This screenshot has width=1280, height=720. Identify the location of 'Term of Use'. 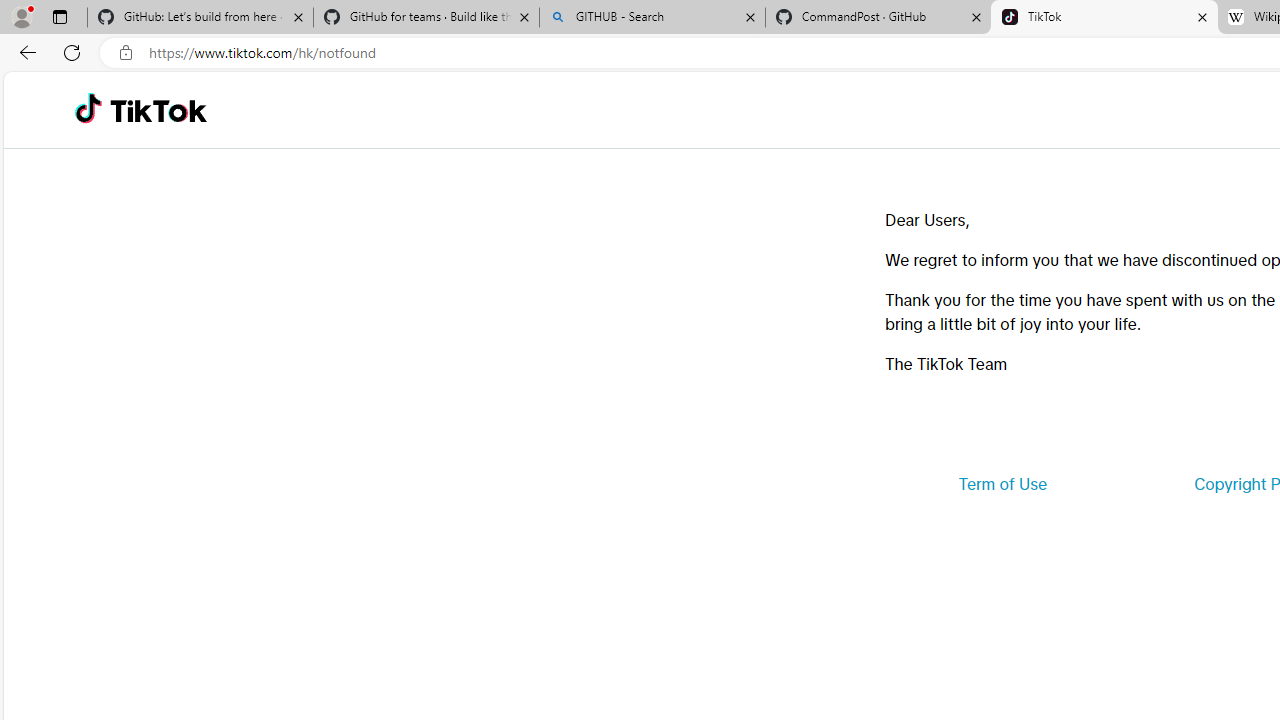
(1002, 484).